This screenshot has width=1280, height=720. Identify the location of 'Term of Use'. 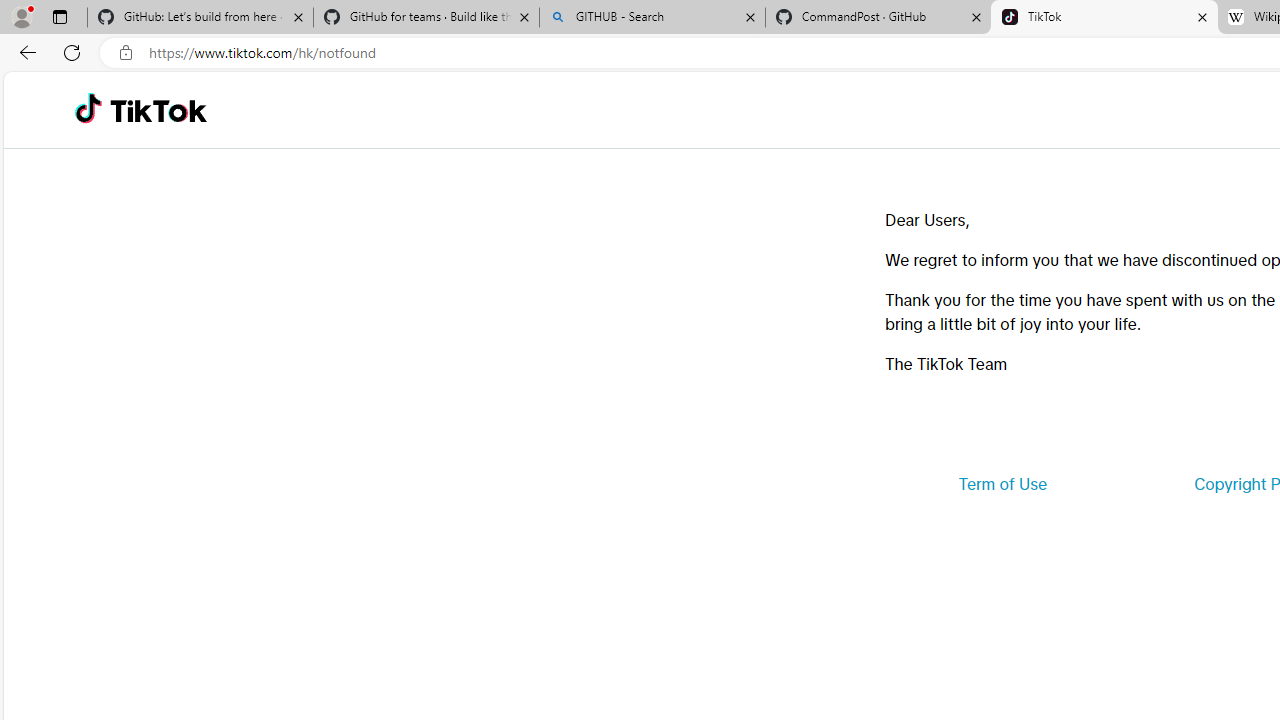
(1002, 484).